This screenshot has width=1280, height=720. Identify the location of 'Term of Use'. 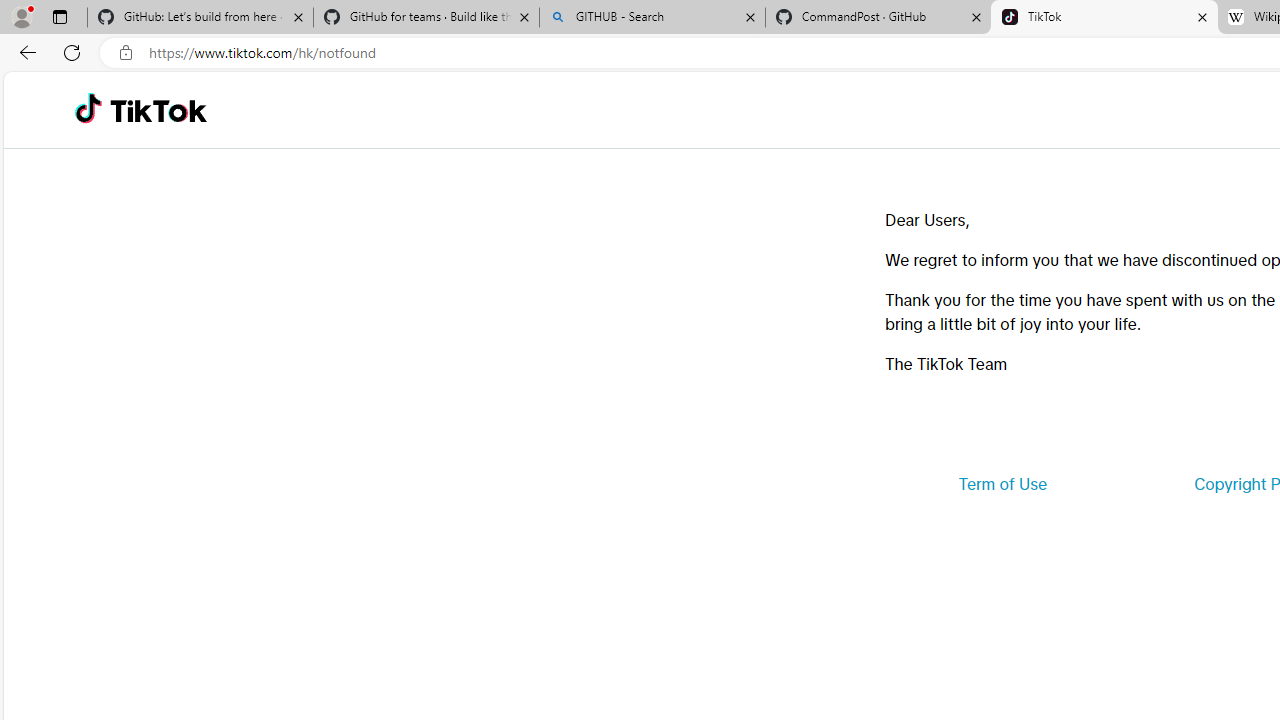
(1002, 484).